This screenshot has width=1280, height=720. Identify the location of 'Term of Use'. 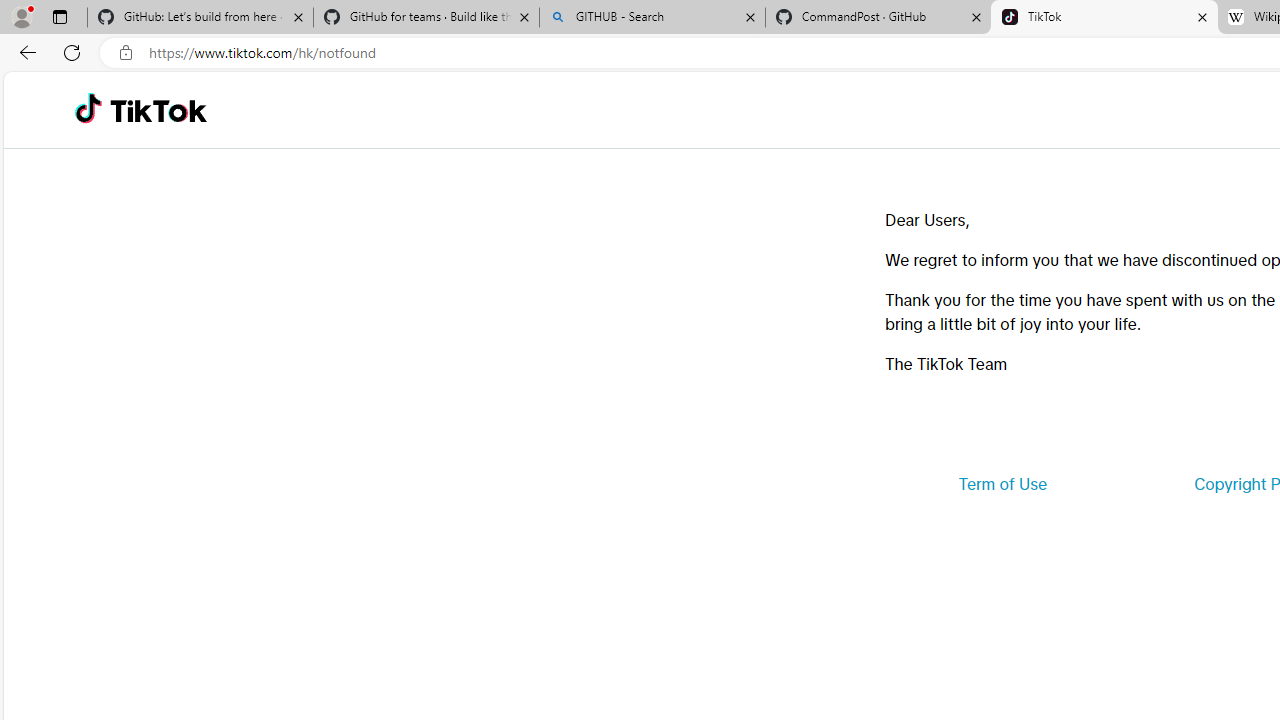
(1002, 484).